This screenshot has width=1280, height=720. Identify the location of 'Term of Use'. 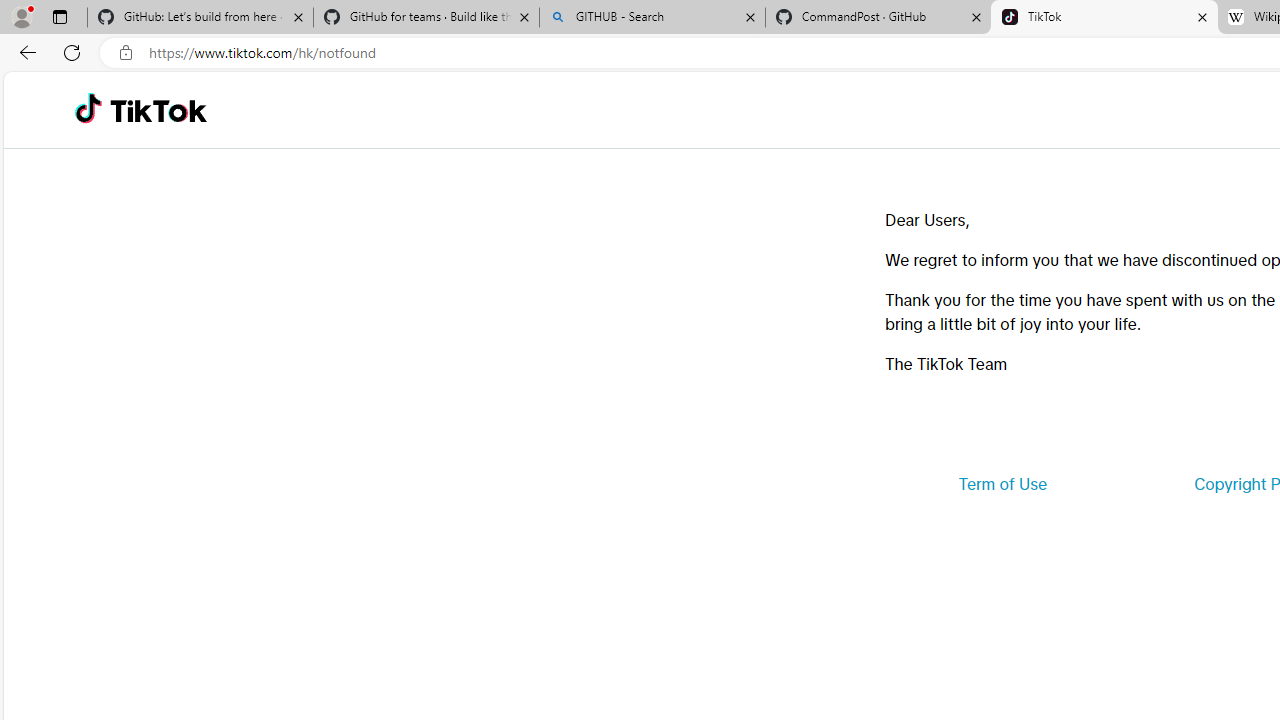
(1002, 484).